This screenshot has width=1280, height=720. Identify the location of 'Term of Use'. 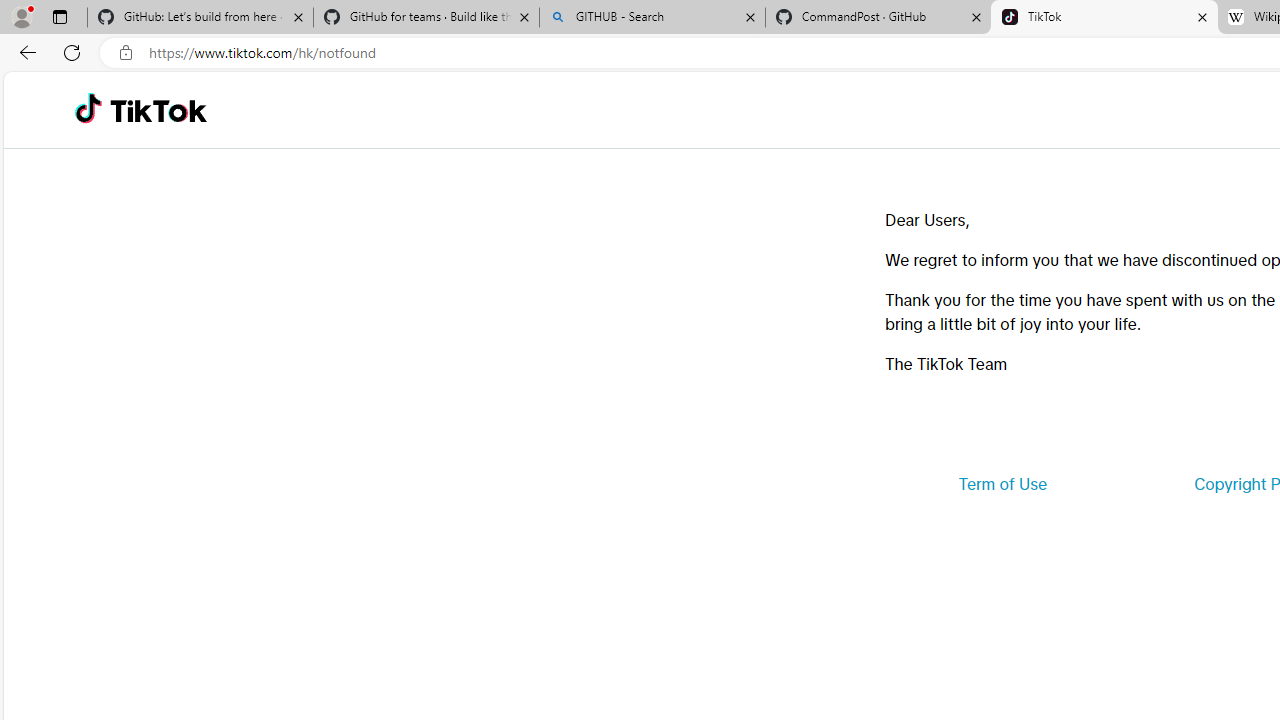
(1002, 484).